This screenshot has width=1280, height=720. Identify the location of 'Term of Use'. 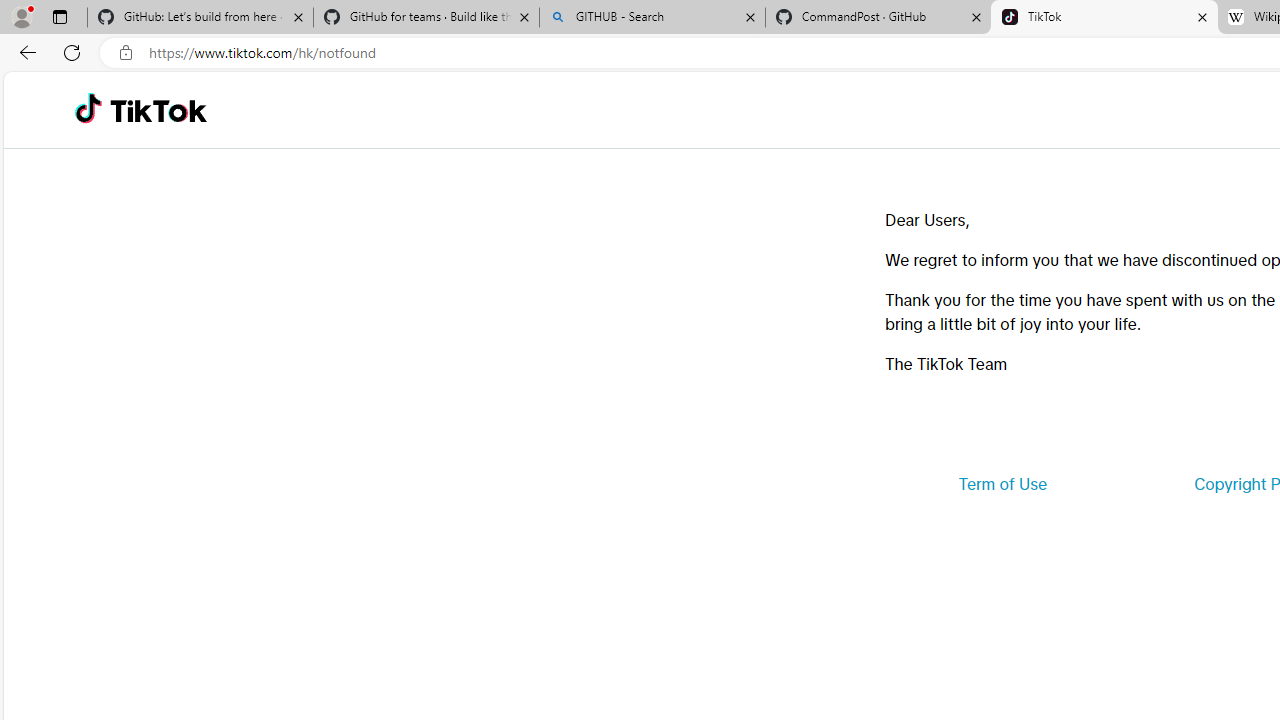
(1002, 484).